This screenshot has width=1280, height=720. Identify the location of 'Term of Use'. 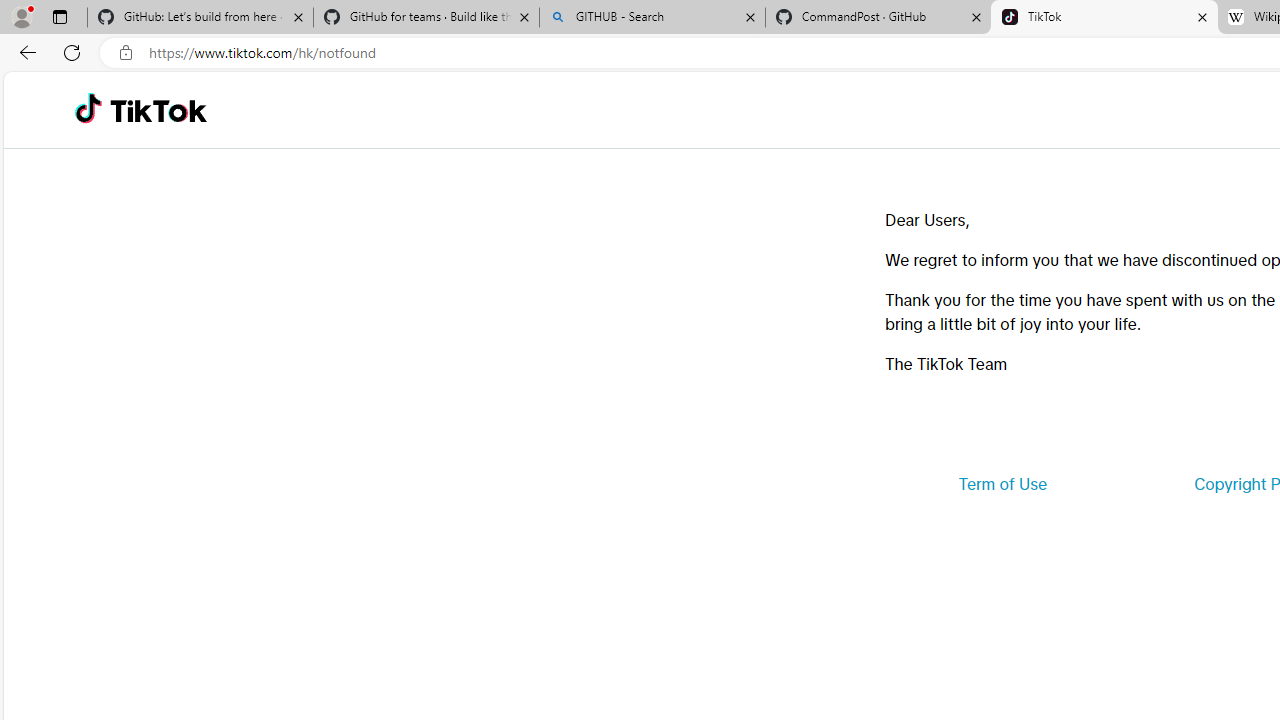
(1002, 484).